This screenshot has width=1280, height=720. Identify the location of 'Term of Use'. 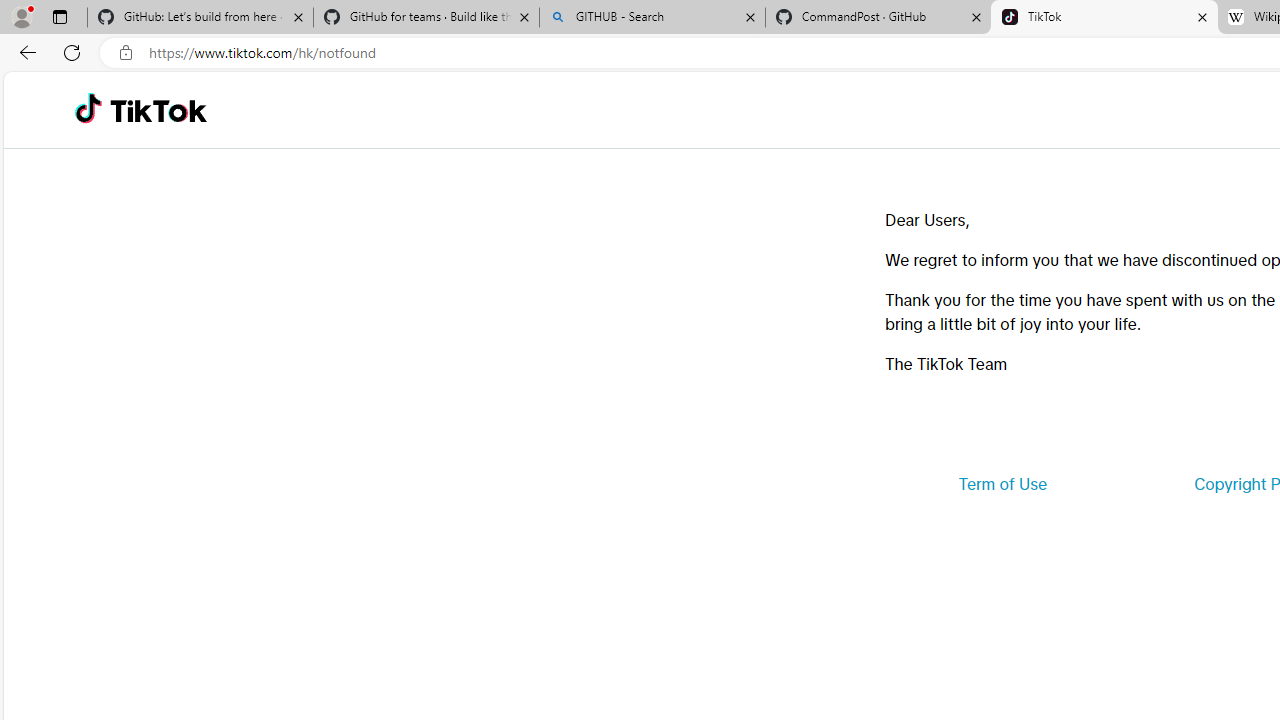
(1002, 484).